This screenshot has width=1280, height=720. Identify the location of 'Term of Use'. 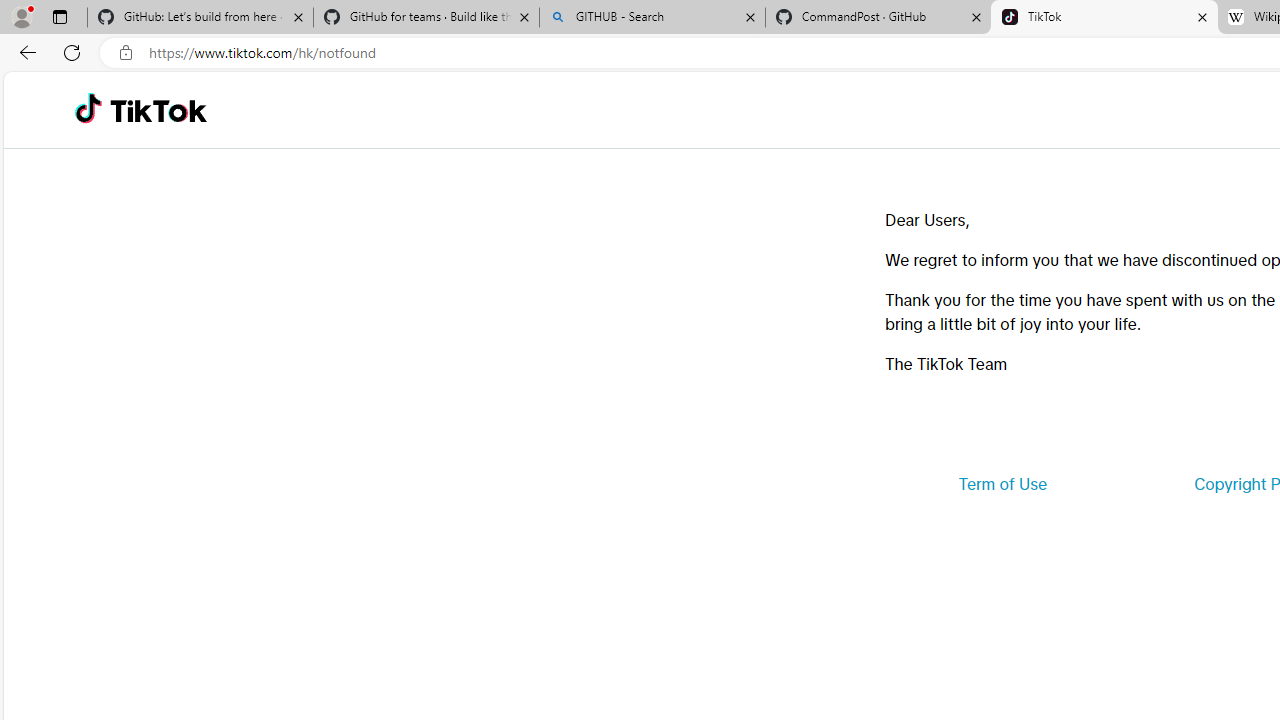
(1002, 484).